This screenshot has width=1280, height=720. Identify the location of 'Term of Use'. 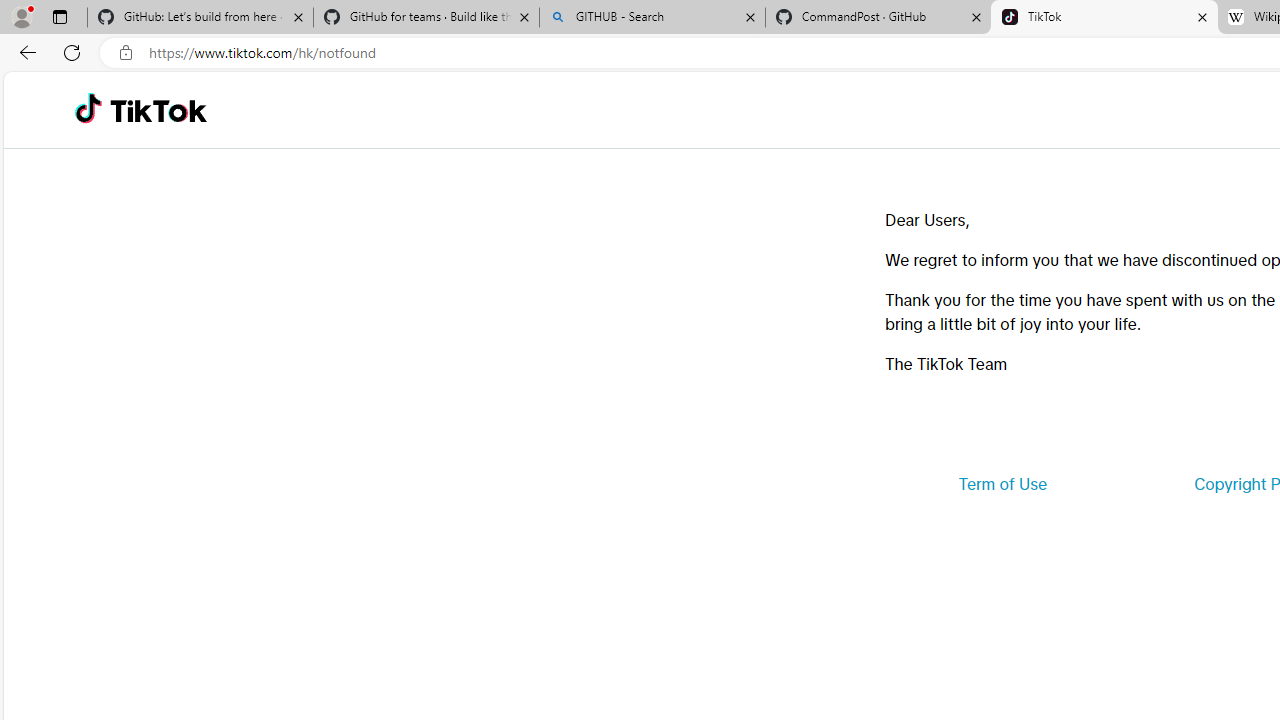
(1002, 484).